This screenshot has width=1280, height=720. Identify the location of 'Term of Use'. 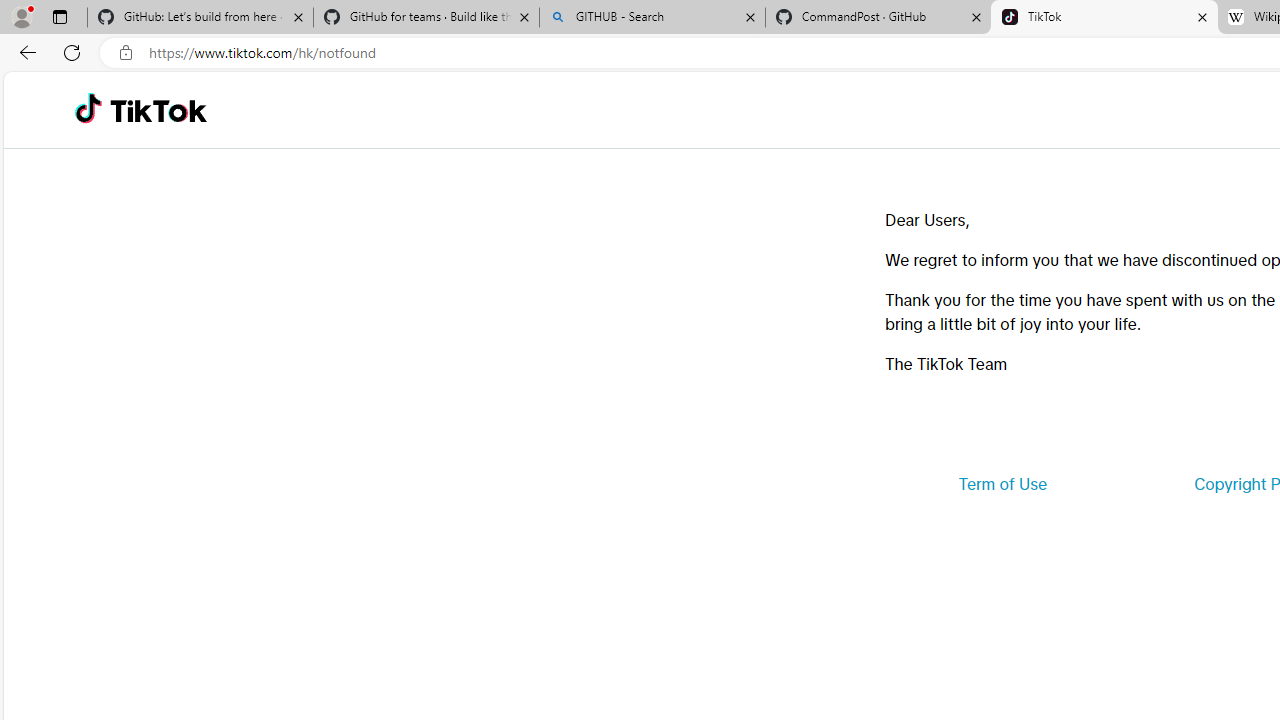
(1002, 484).